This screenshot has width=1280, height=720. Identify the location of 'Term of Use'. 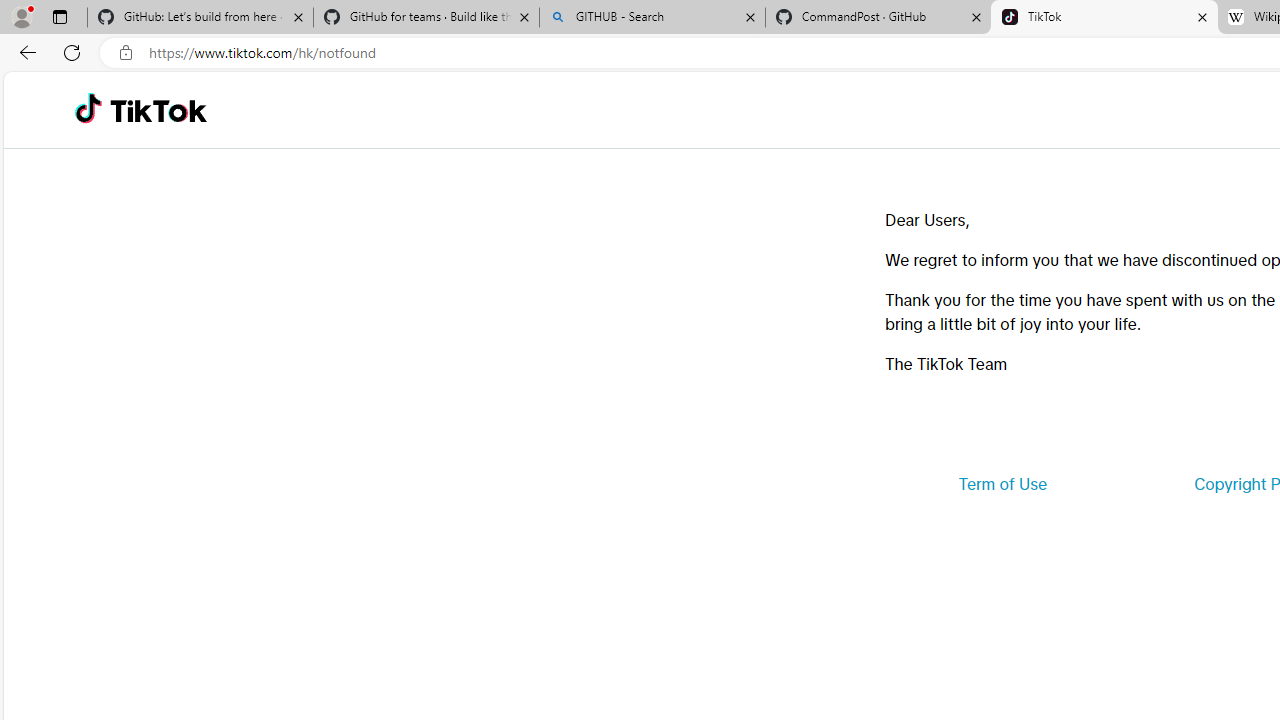
(1002, 484).